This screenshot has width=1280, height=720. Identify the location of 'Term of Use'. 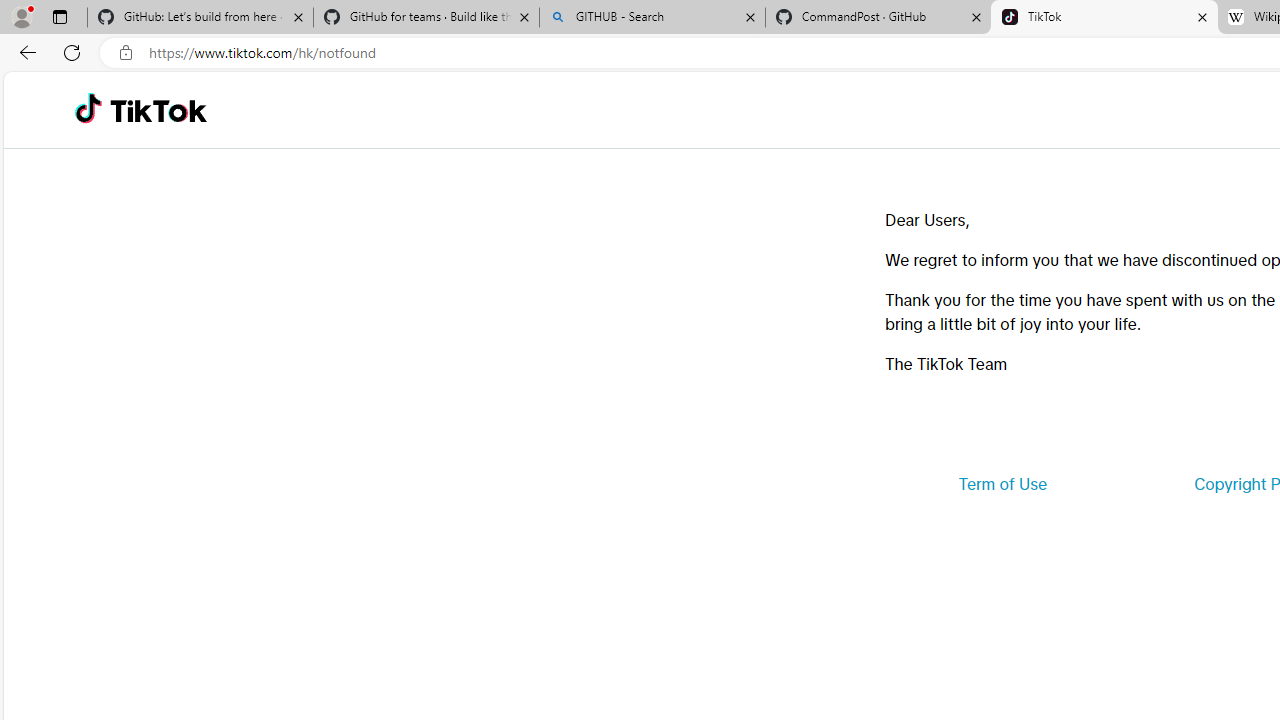
(1002, 484).